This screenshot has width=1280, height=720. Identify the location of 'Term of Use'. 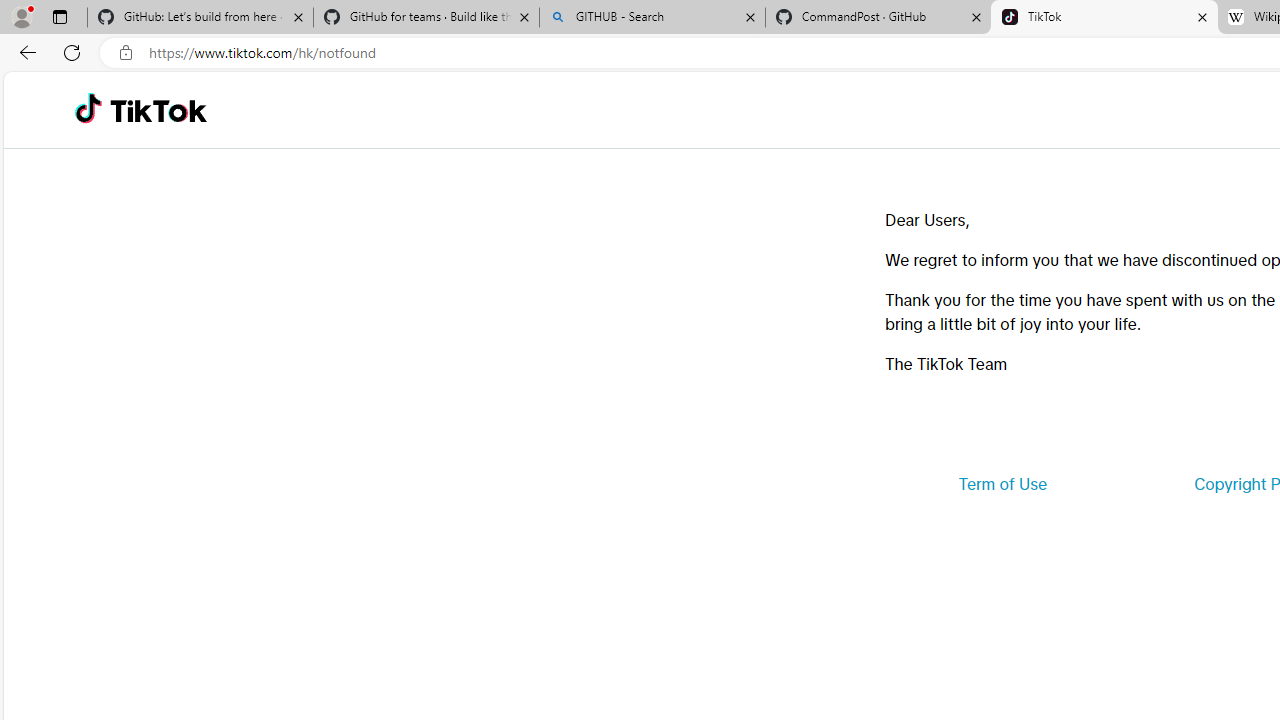
(1002, 484).